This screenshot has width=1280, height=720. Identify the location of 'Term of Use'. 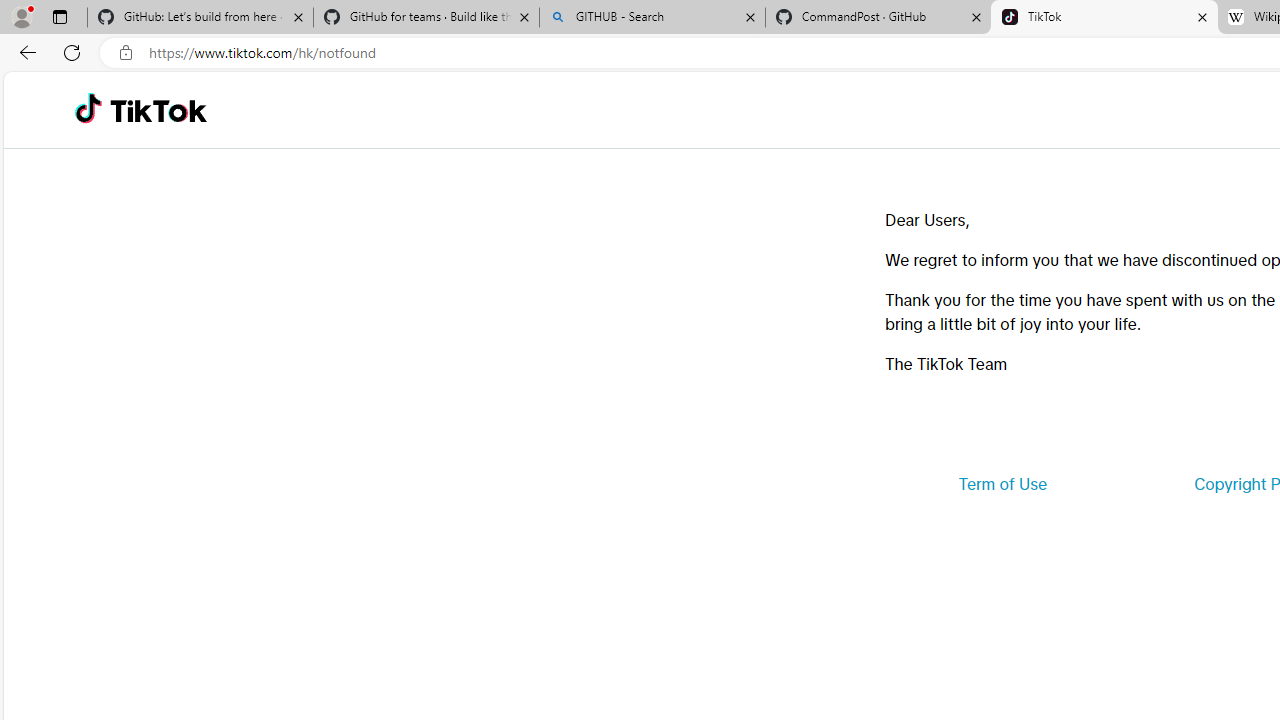
(1002, 484).